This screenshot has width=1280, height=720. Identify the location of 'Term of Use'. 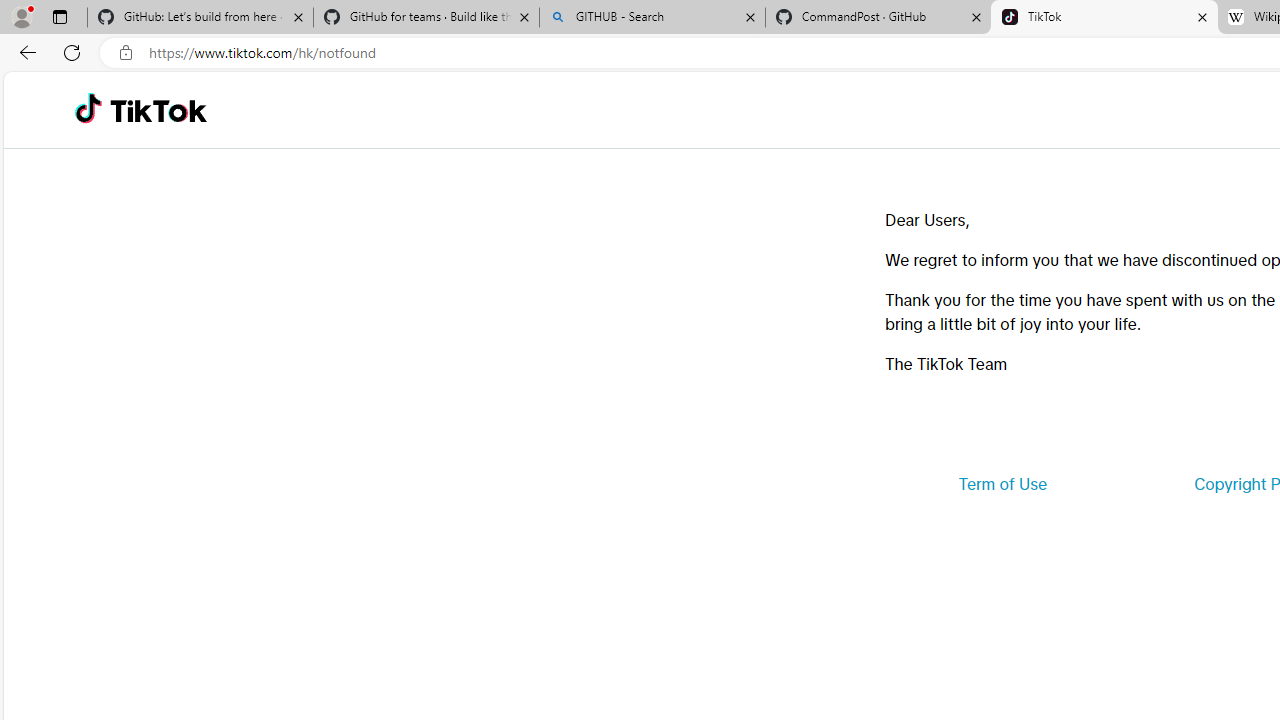
(1002, 484).